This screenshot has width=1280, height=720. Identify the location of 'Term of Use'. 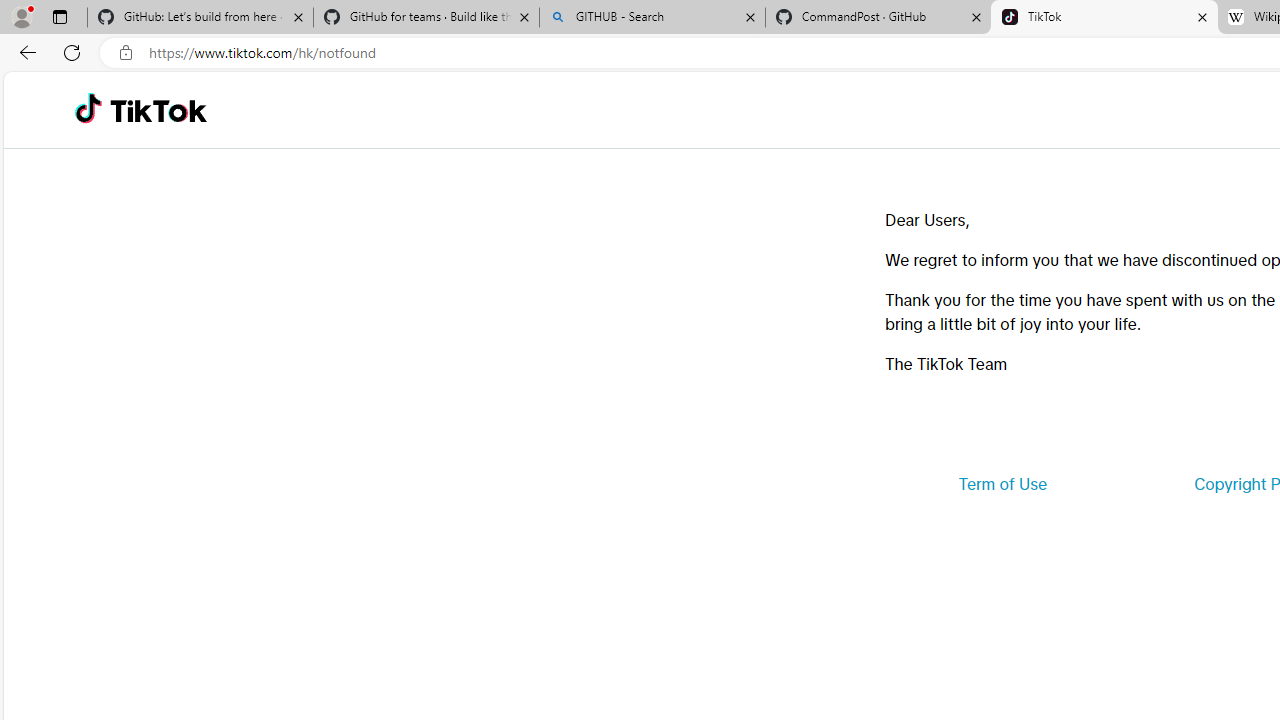
(1002, 484).